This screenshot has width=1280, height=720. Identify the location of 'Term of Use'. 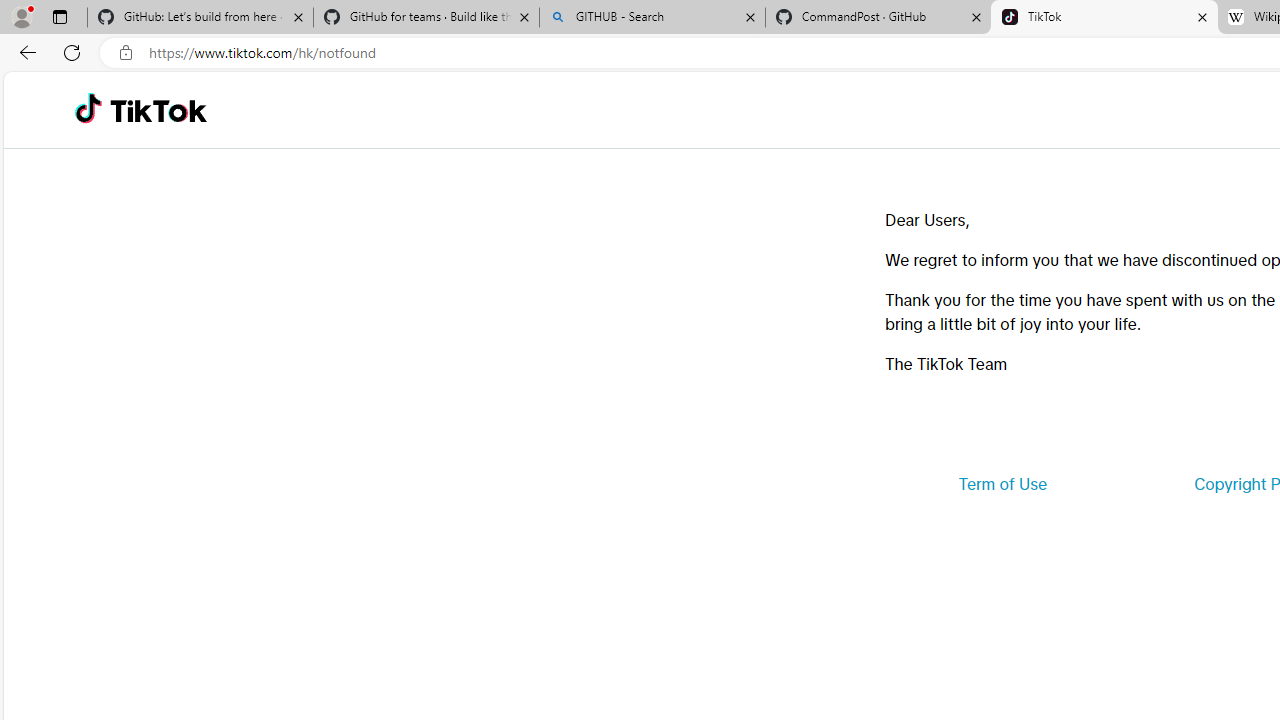
(1002, 484).